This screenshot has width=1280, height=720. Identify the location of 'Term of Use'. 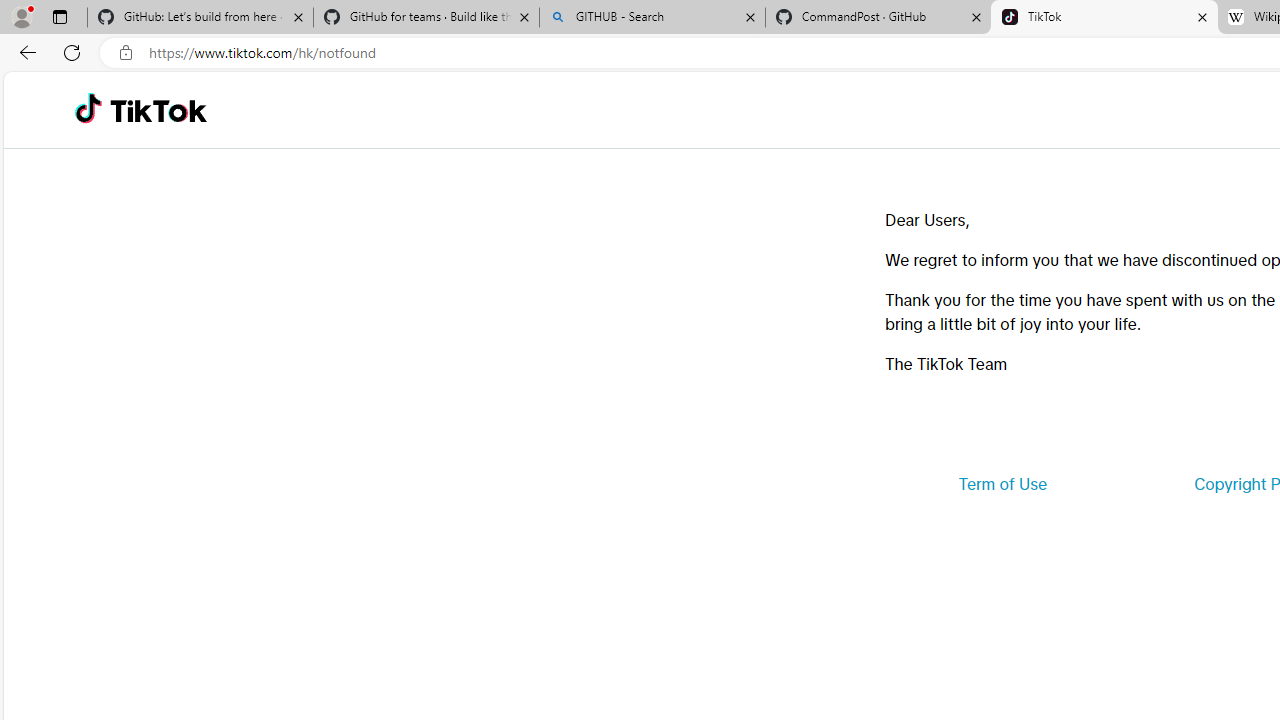
(1002, 484).